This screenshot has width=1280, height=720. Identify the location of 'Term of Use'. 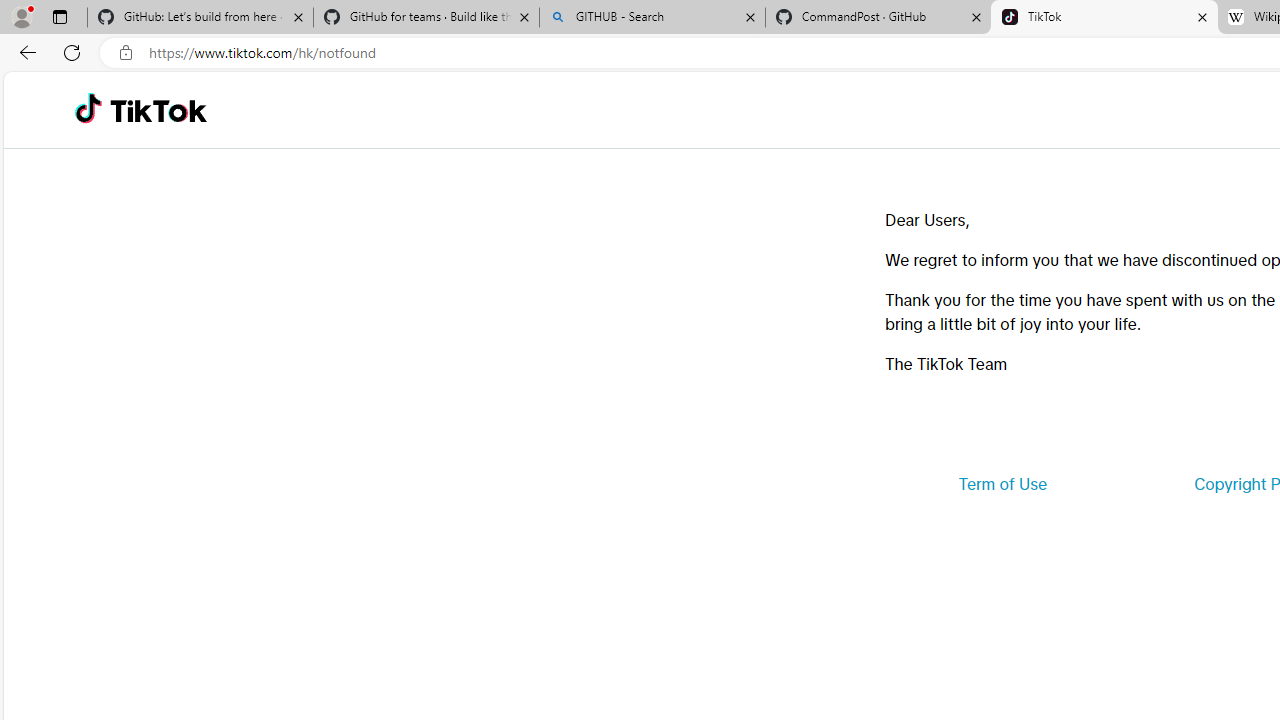
(1002, 484).